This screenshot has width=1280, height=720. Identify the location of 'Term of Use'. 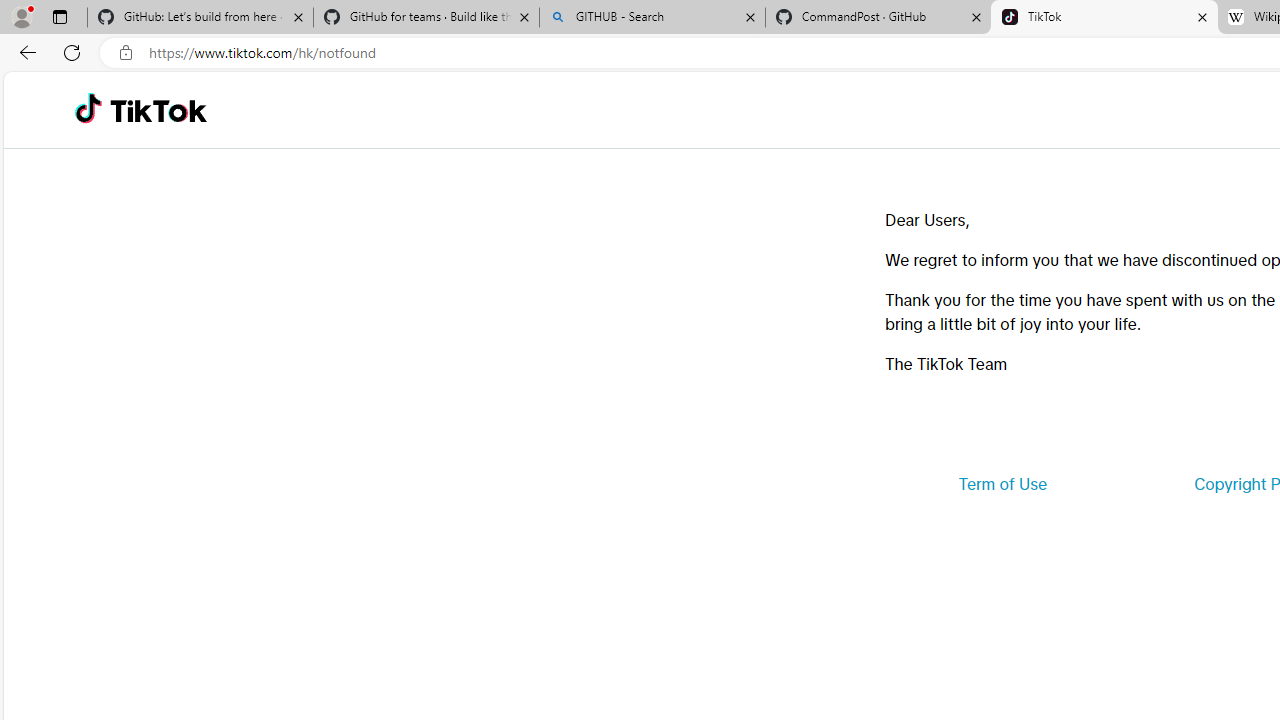
(1002, 484).